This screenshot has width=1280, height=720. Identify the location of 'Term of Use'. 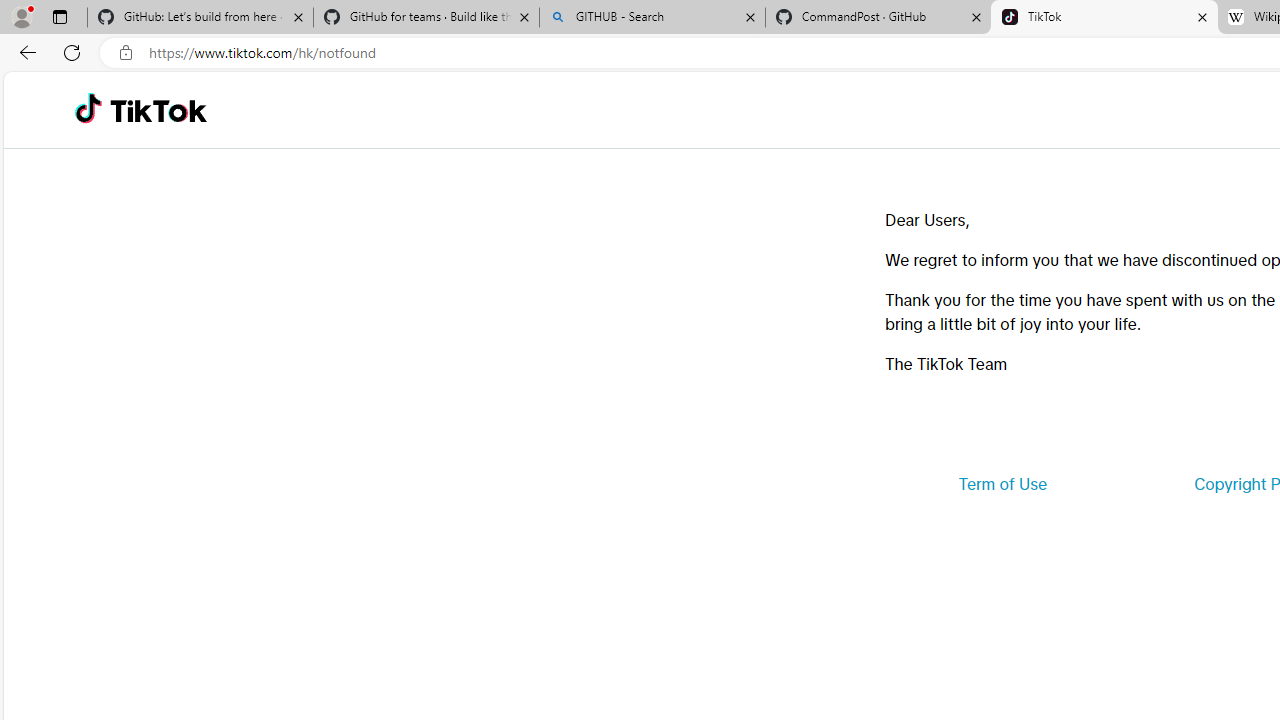
(1002, 484).